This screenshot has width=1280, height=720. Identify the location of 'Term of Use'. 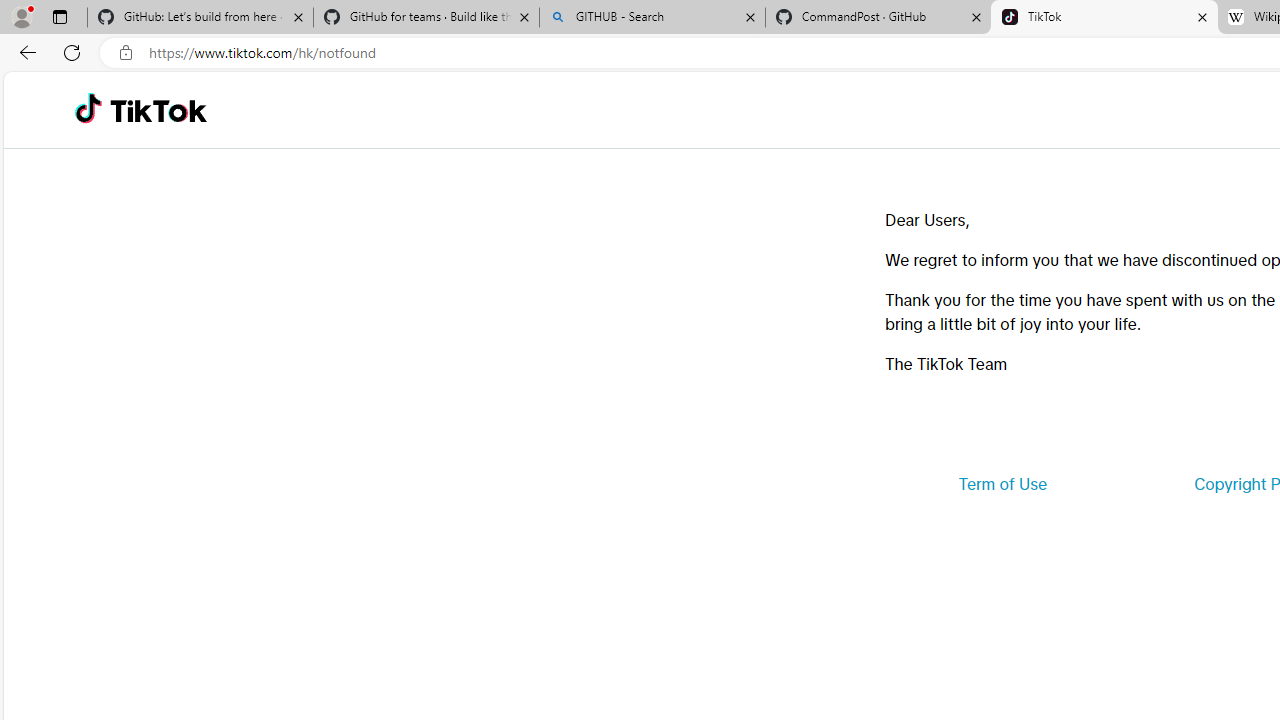
(1002, 484).